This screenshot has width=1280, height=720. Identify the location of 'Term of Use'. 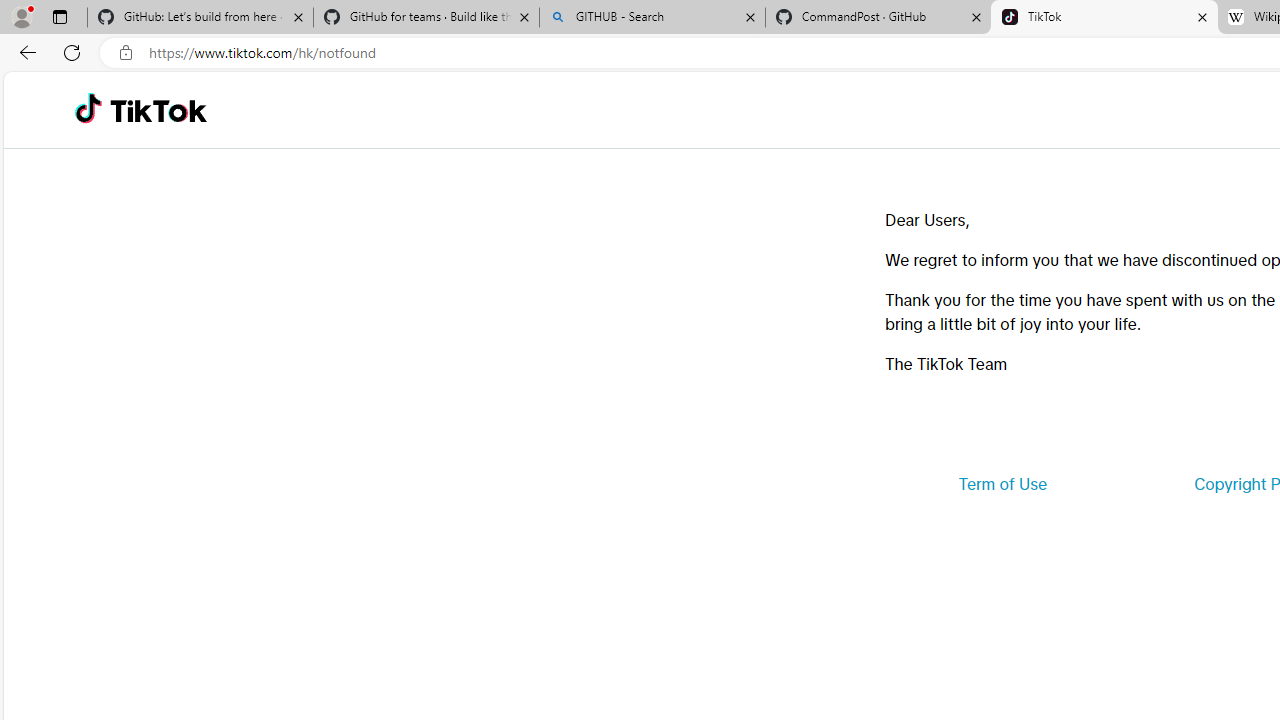
(1002, 484).